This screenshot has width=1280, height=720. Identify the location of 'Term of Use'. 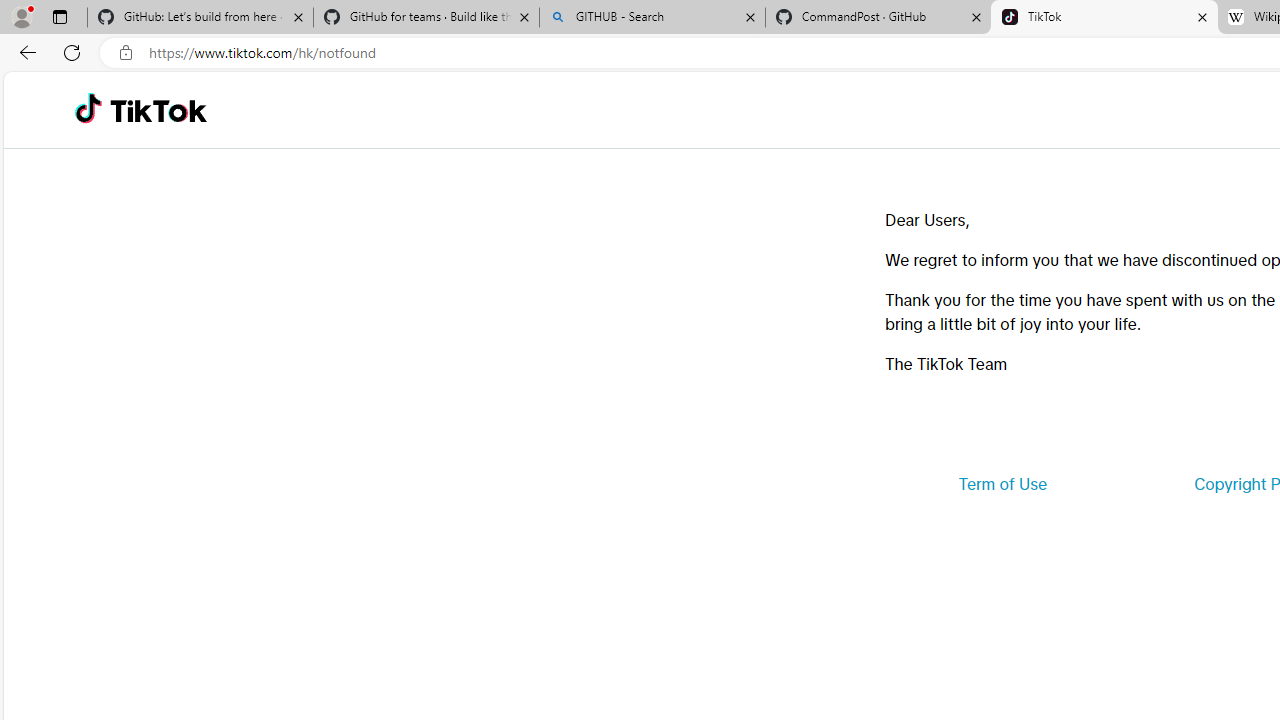
(1002, 484).